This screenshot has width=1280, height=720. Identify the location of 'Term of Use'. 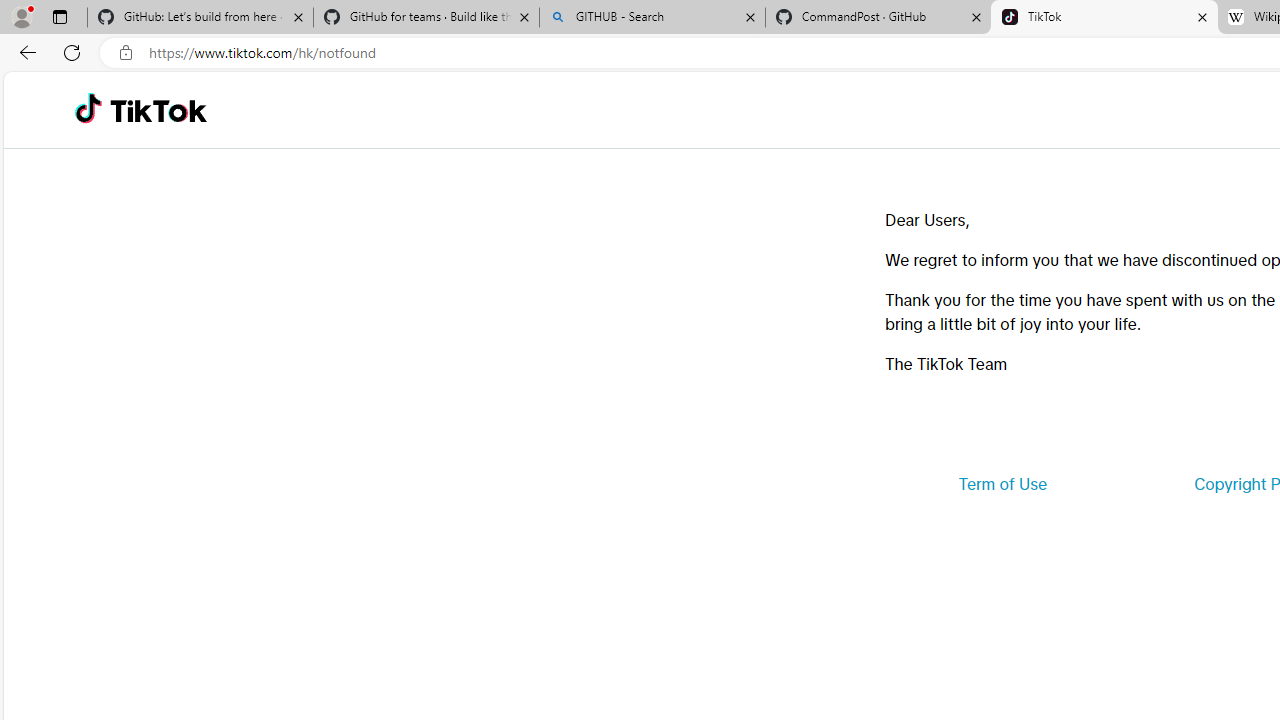
(1002, 484).